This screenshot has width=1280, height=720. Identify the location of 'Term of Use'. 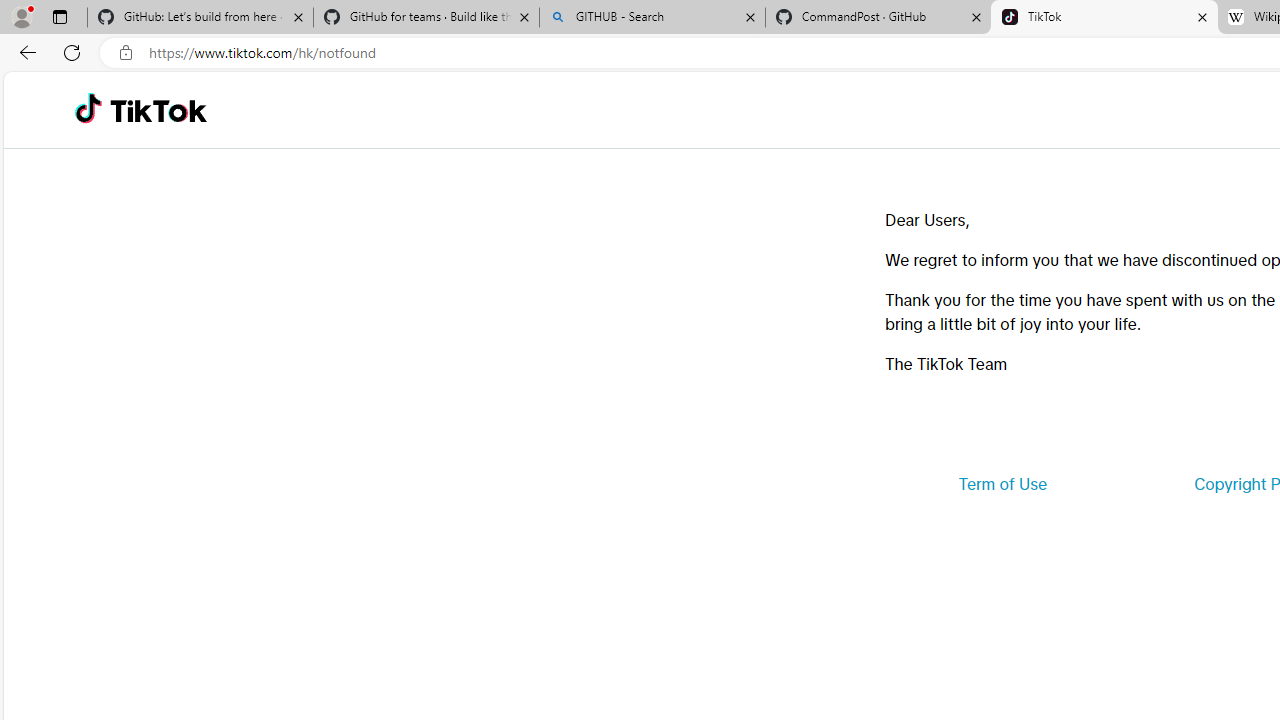
(1002, 484).